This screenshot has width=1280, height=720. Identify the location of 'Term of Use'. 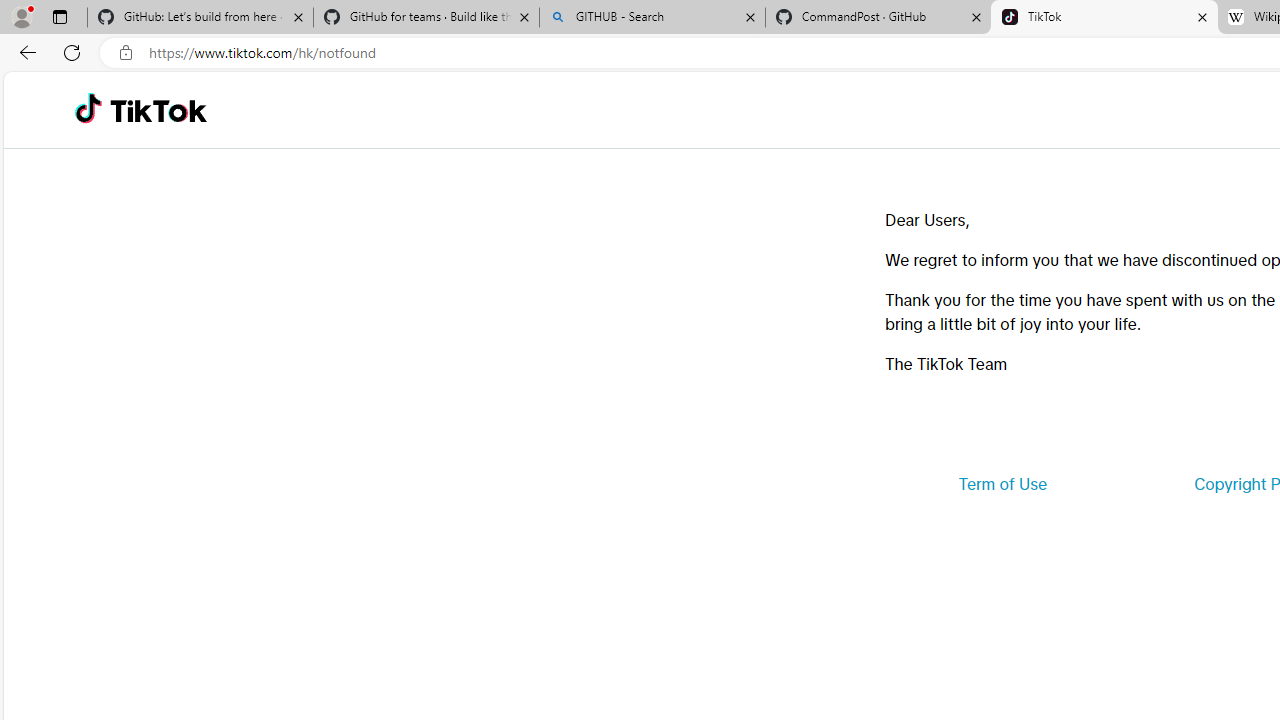
(1002, 484).